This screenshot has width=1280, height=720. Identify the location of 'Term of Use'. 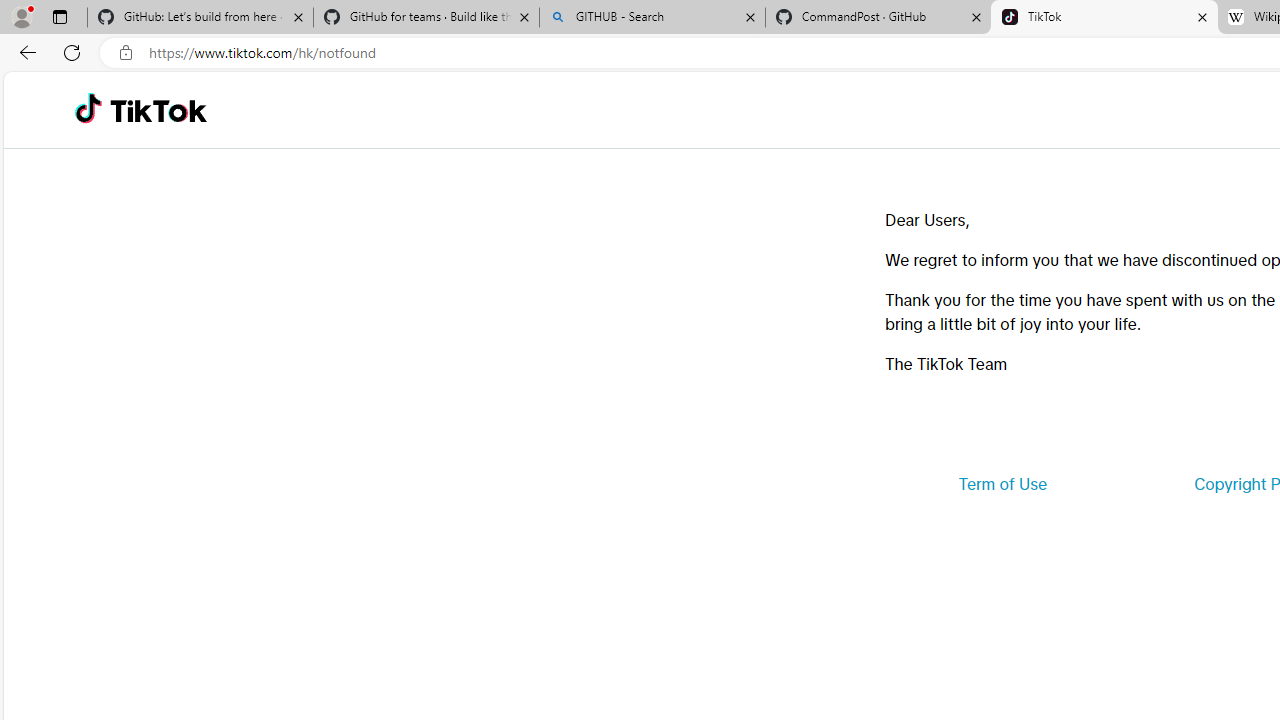
(1002, 484).